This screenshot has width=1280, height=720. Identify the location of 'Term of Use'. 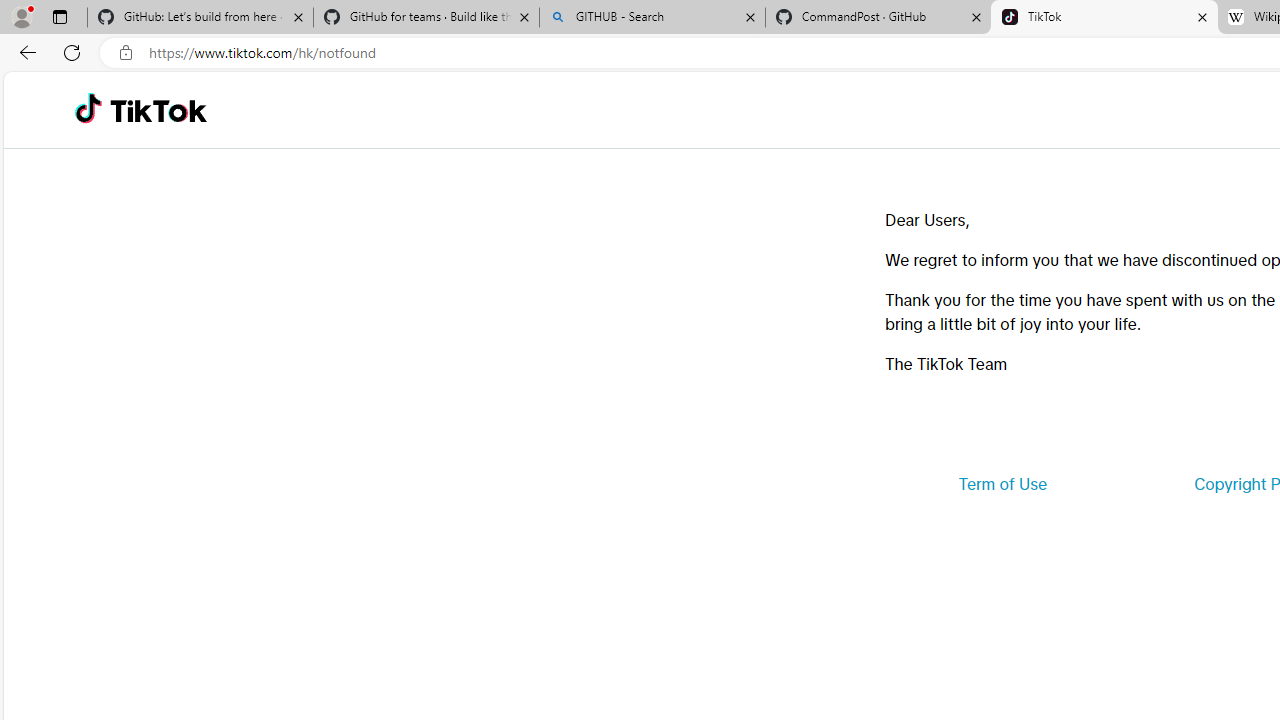
(1002, 484).